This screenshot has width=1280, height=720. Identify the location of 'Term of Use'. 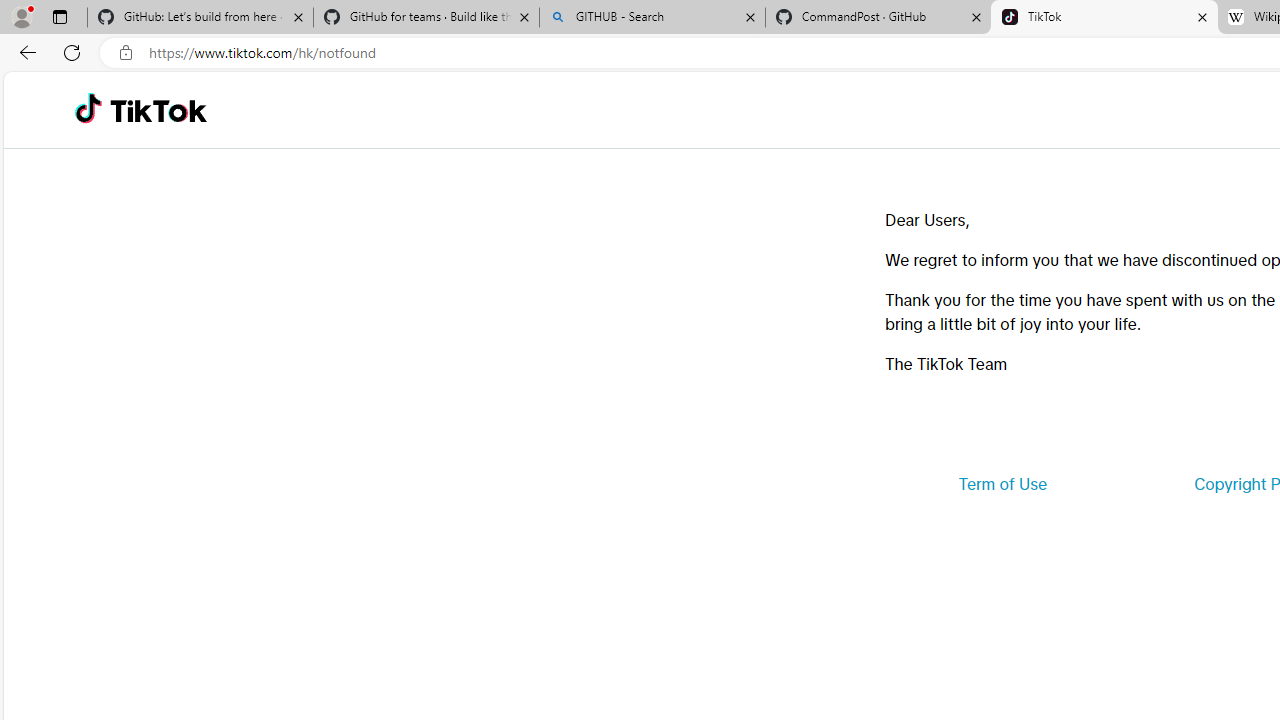
(1002, 484).